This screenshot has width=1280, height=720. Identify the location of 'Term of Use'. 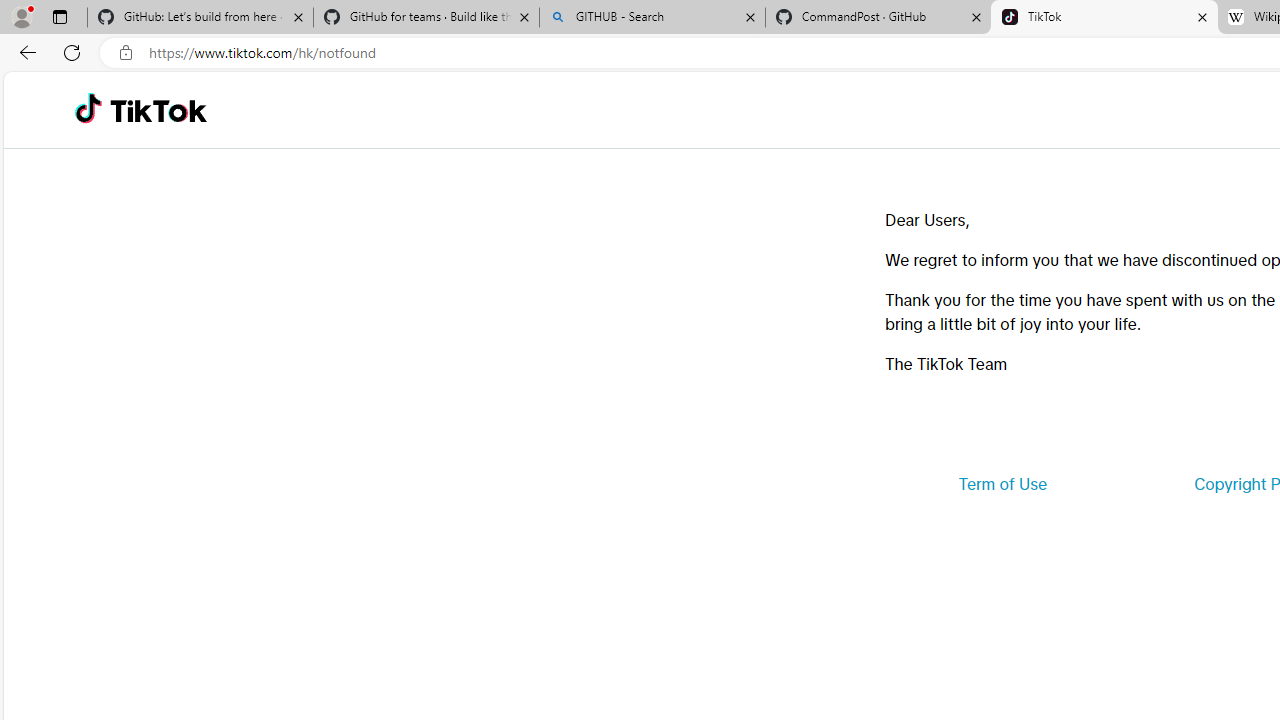
(1002, 484).